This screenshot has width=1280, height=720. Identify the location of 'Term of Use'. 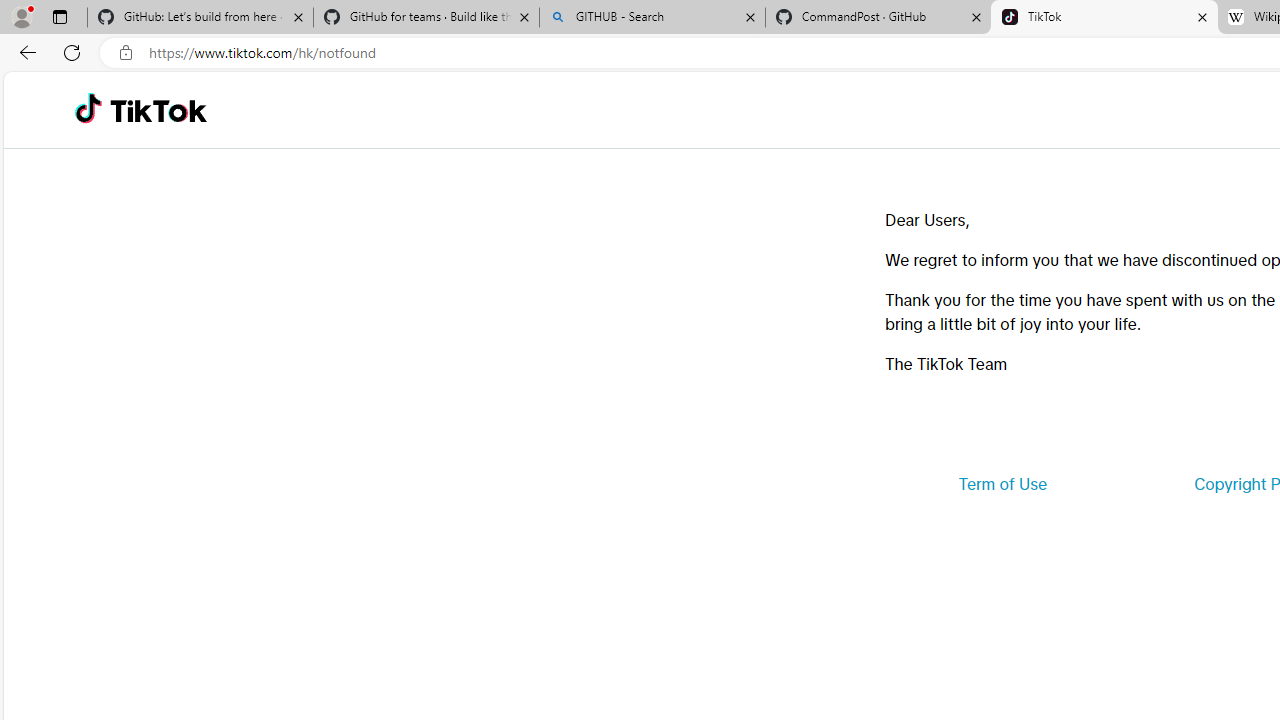
(1002, 484).